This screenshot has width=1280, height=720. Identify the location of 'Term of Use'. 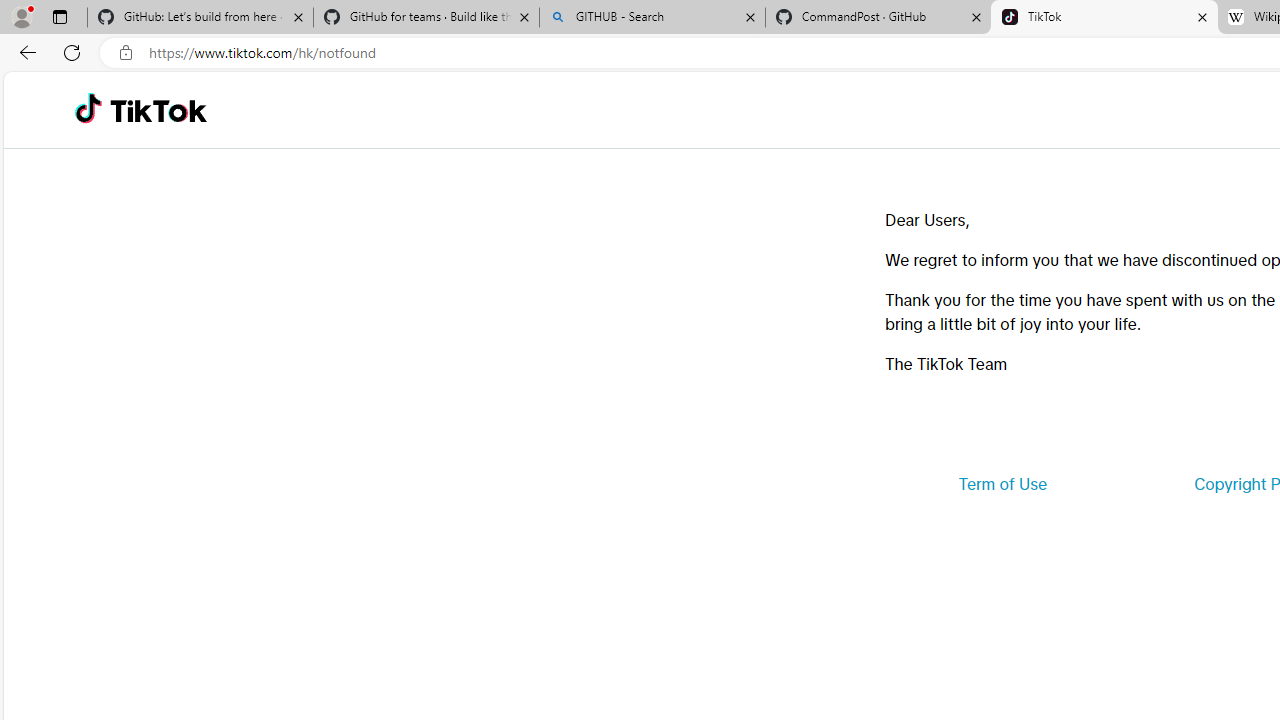
(1002, 484).